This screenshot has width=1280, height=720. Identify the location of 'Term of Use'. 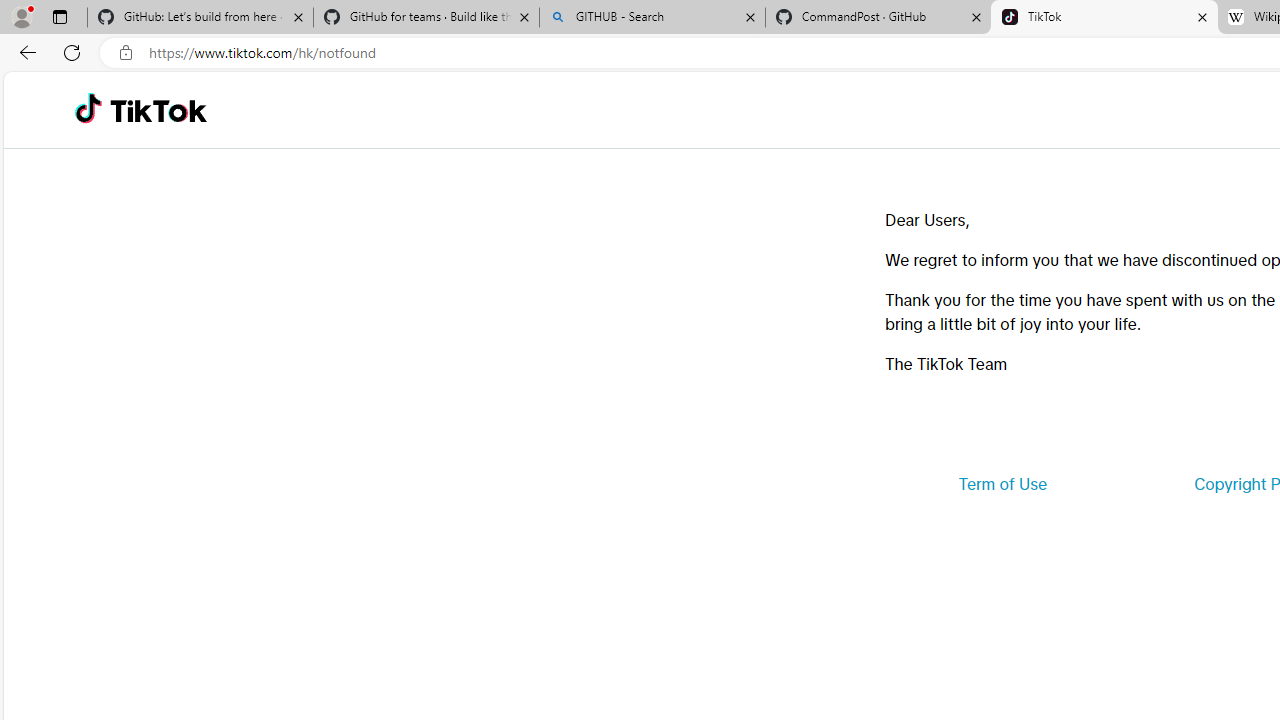
(1002, 484).